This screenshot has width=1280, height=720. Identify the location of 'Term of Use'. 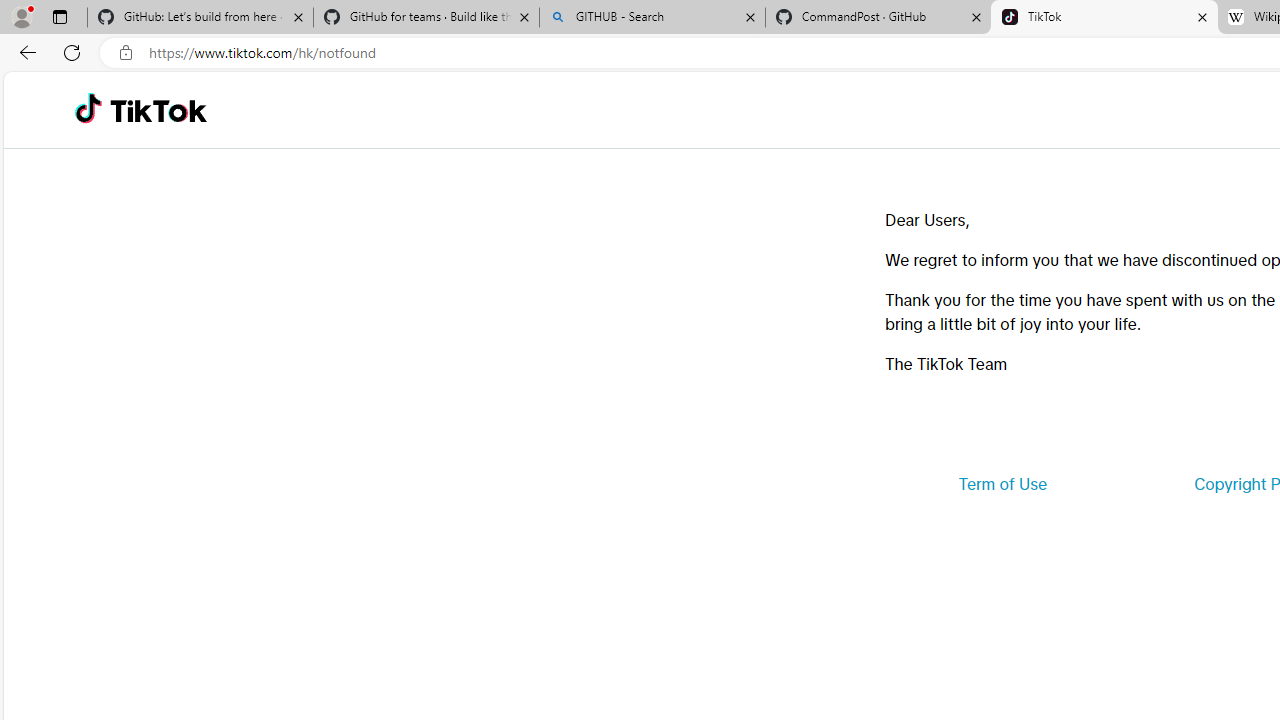
(1002, 484).